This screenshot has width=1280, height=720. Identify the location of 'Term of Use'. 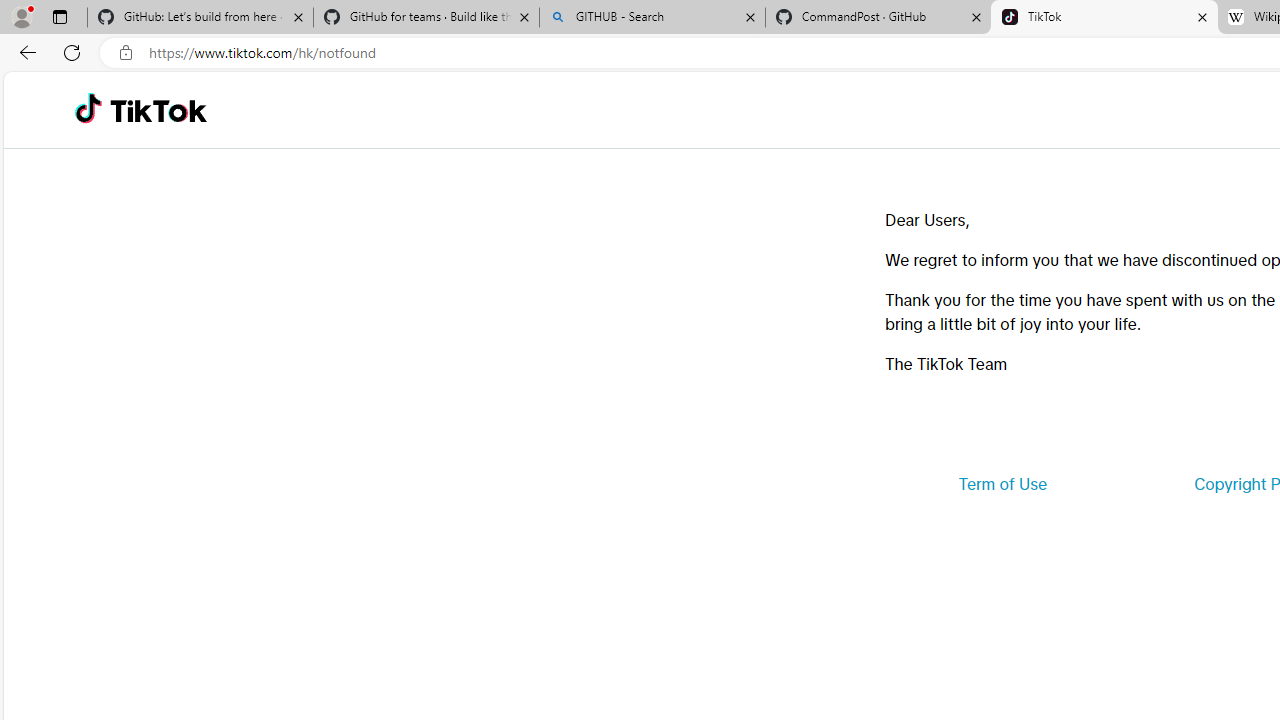
(1002, 484).